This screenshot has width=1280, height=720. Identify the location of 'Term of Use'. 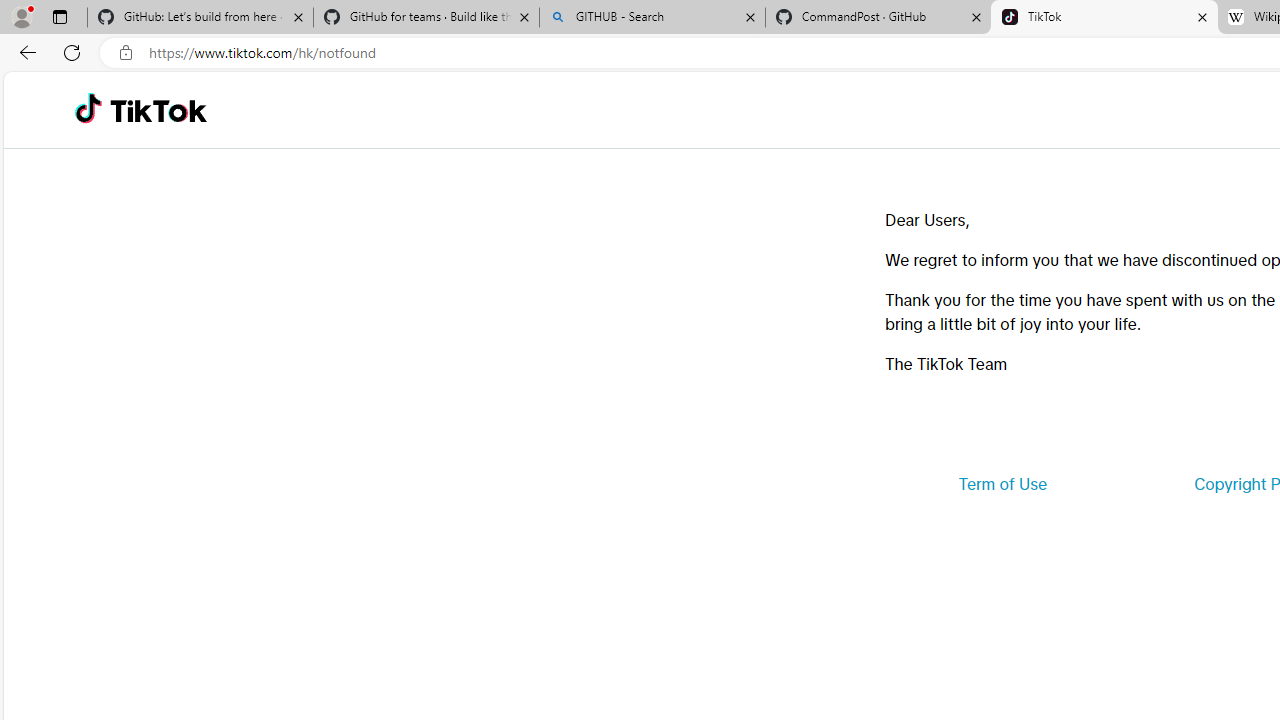
(1002, 484).